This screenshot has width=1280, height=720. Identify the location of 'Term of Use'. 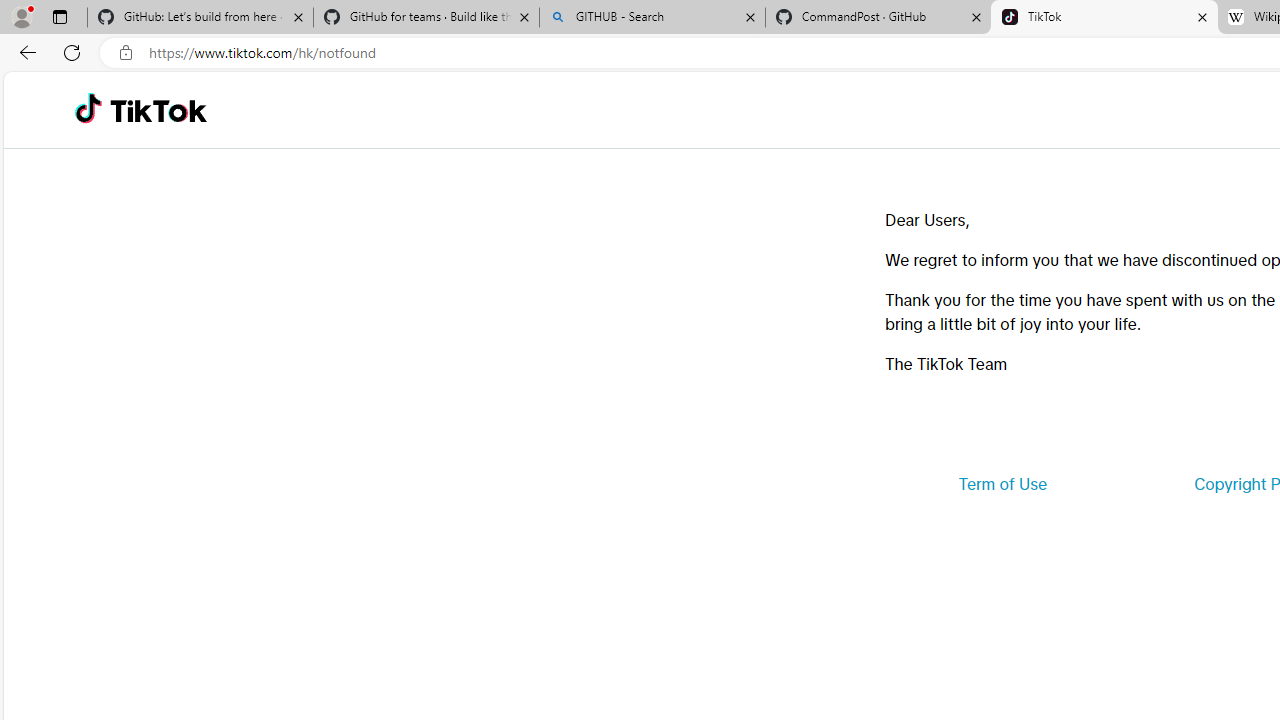
(1002, 484).